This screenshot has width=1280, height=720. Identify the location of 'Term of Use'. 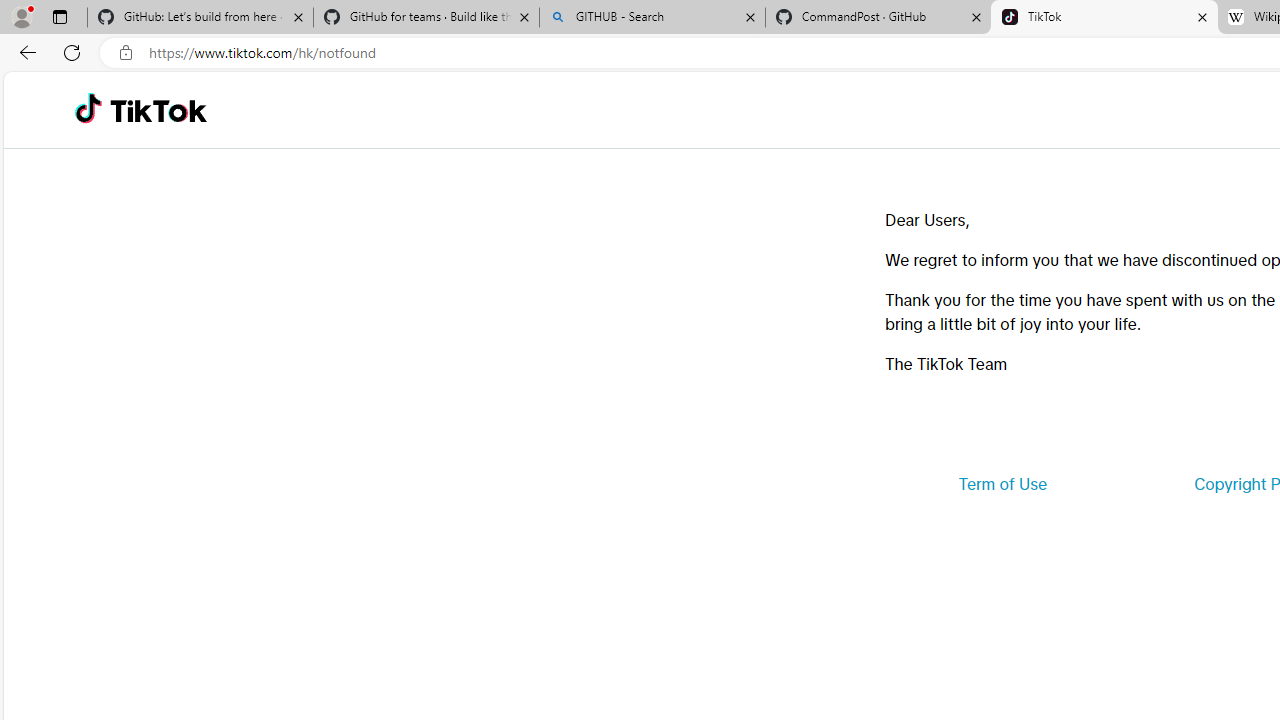
(1002, 484).